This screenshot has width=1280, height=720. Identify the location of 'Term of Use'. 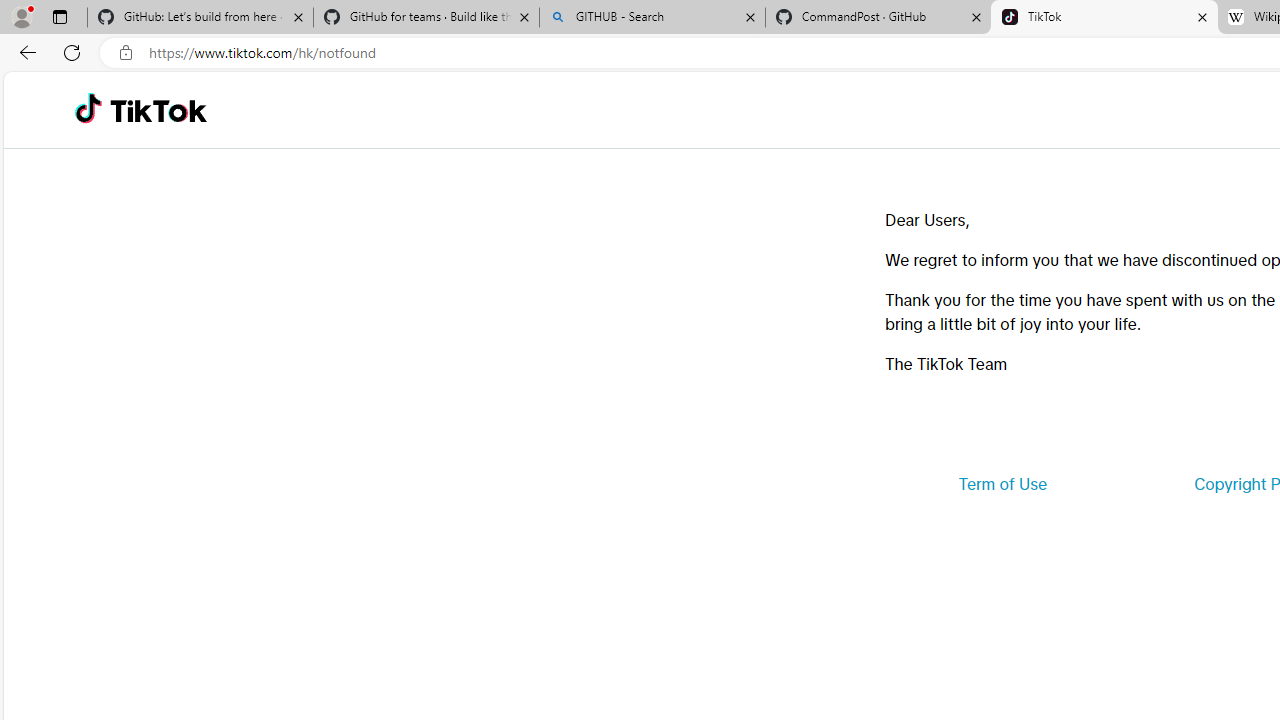
(1002, 484).